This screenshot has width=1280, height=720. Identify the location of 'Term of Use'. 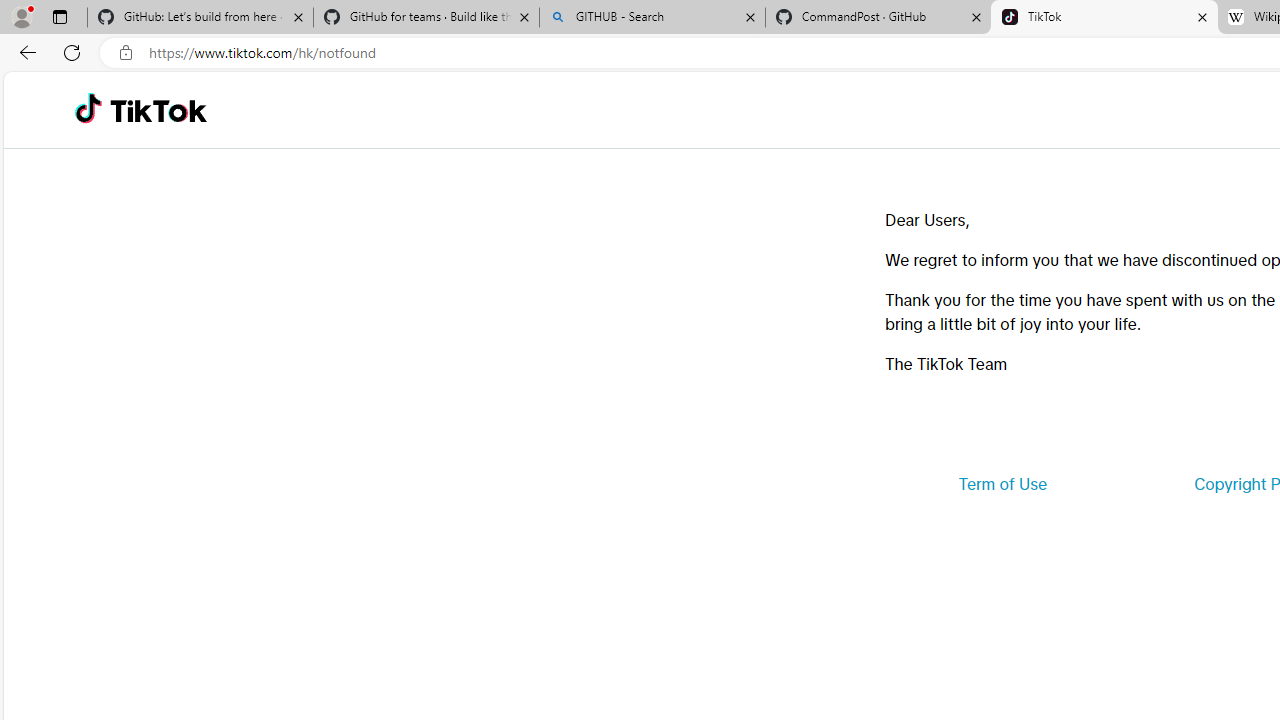
(1002, 484).